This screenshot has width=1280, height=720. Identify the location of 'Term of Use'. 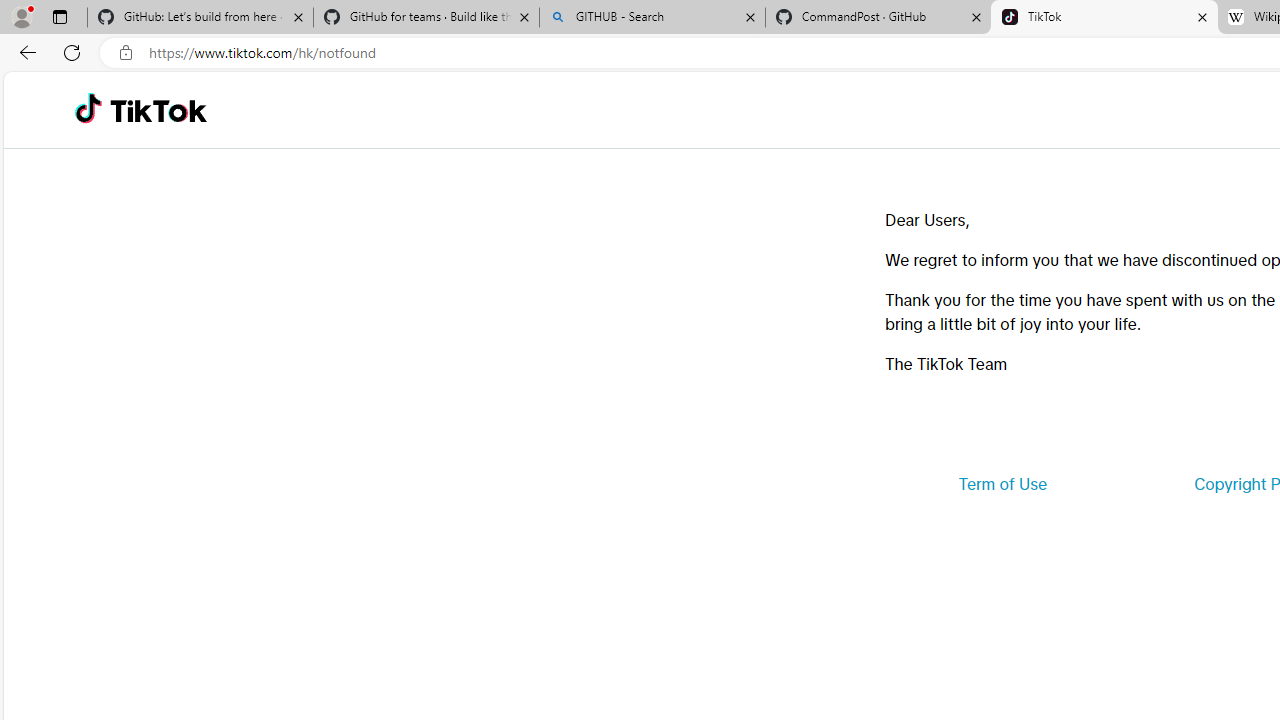
(1002, 484).